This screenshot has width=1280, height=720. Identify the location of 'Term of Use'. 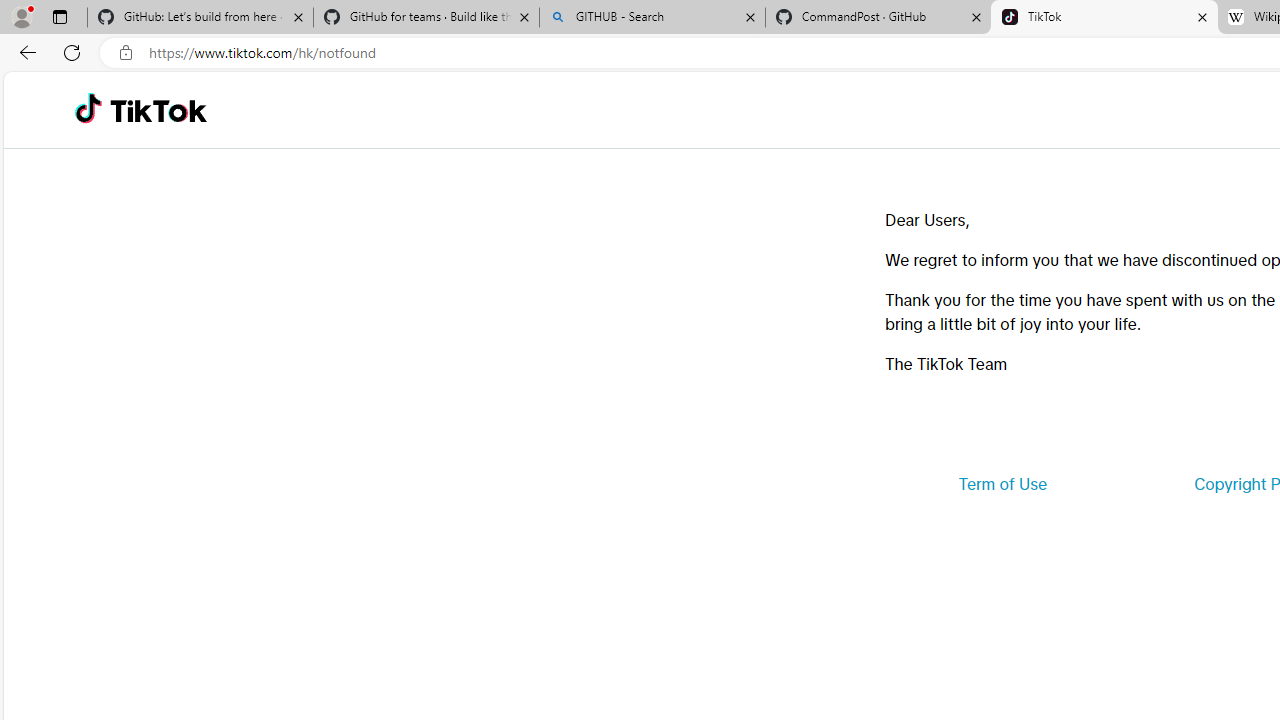
(1002, 484).